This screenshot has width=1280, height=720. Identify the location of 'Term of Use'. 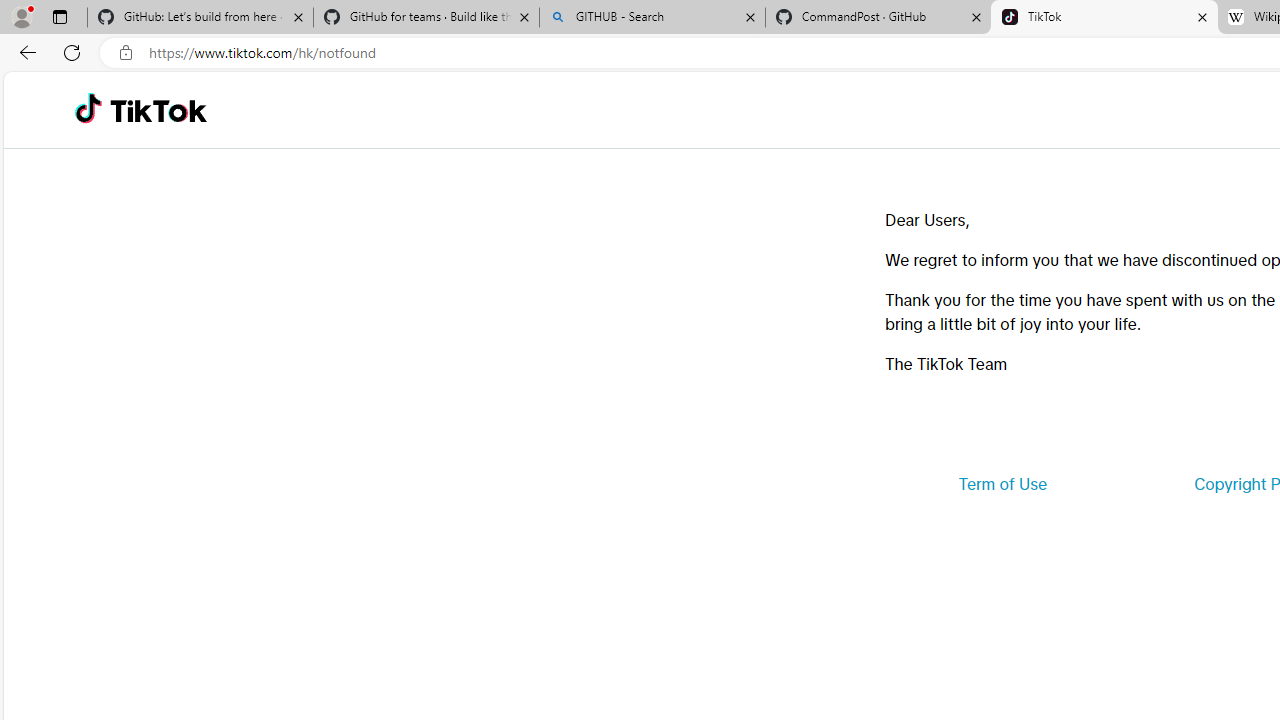
(1002, 484).